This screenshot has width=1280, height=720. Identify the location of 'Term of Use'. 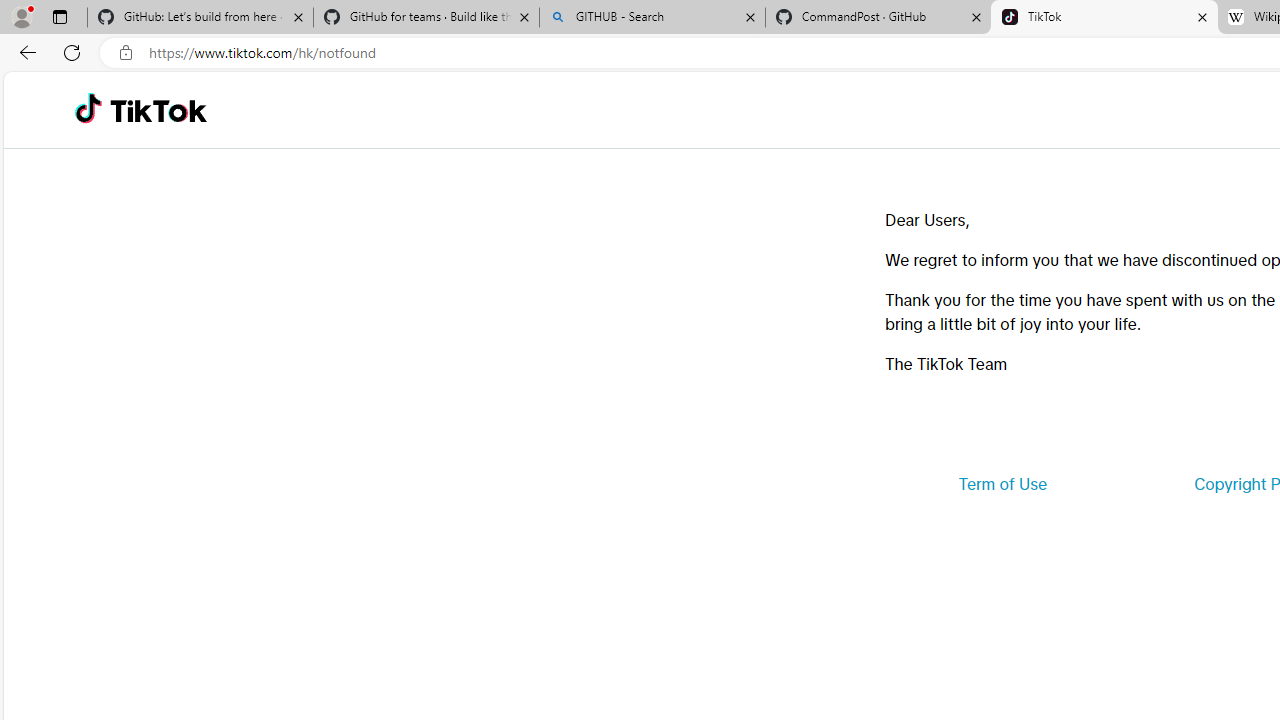
(1002, 484).